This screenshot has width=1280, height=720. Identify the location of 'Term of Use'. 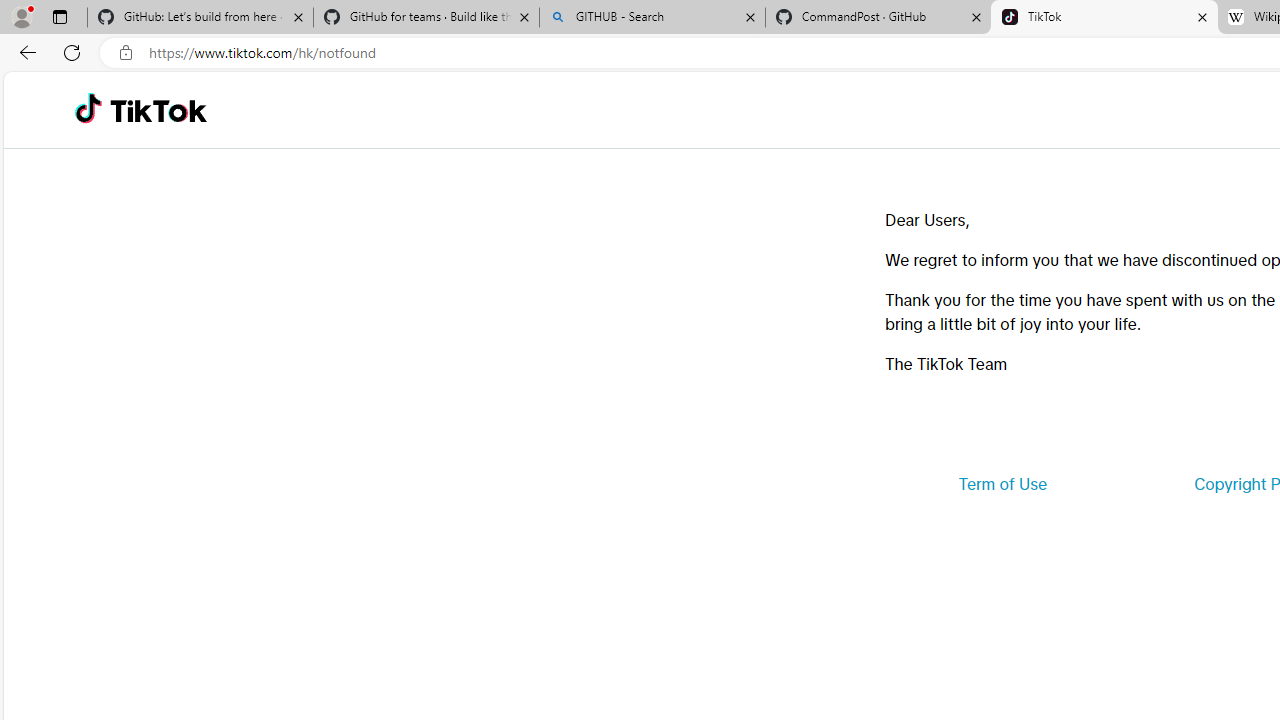
(1002, 484).